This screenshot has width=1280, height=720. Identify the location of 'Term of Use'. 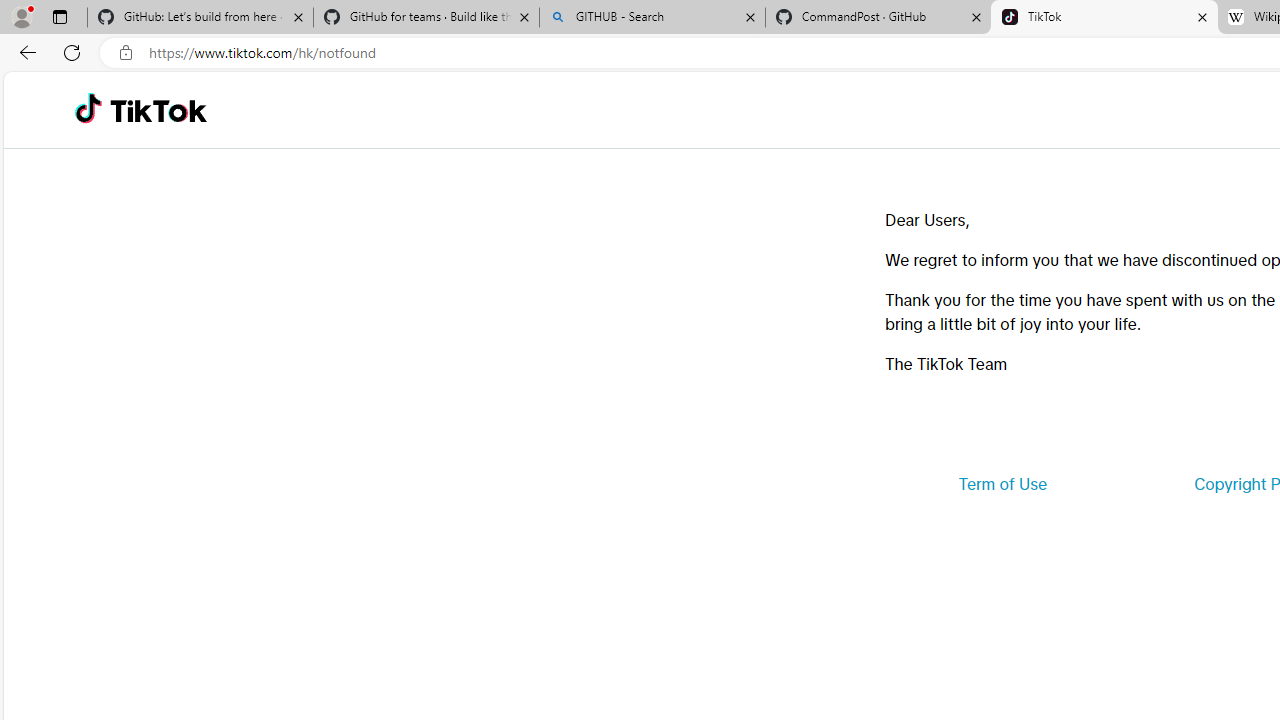
(1002, 484).